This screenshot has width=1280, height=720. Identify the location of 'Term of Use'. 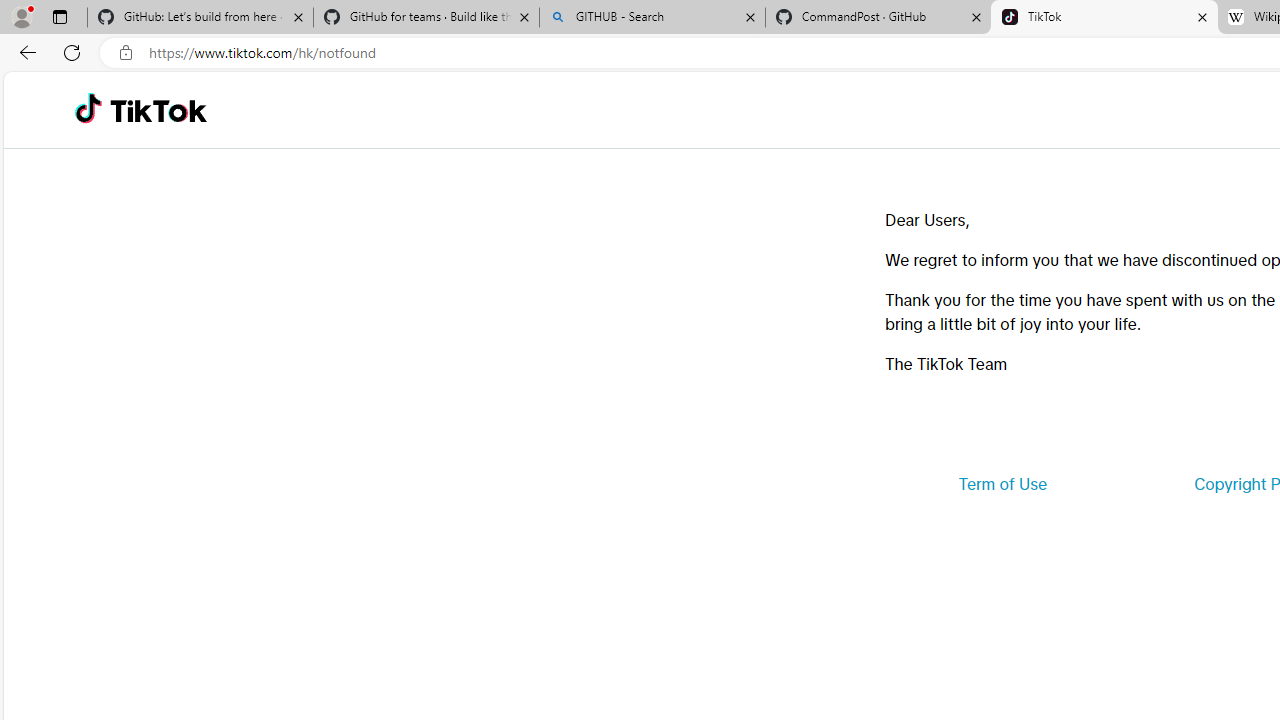
(1002, 484).